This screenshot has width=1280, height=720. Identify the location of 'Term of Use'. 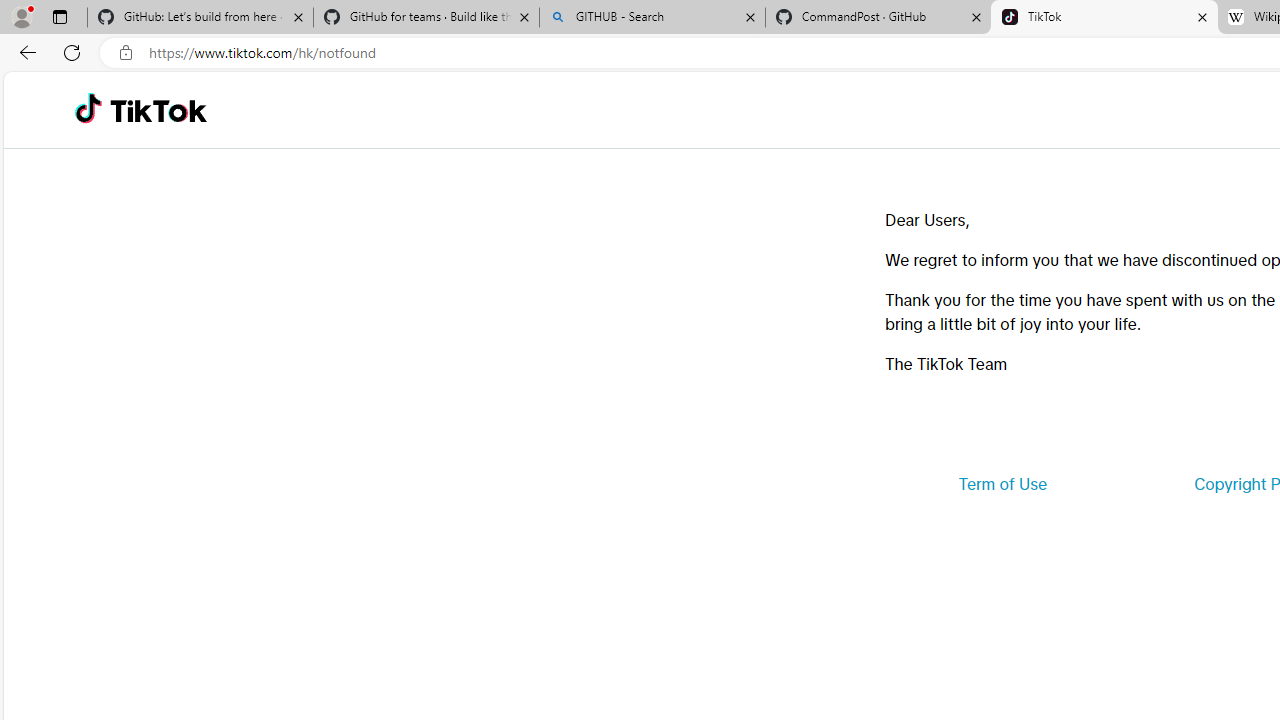
(1002, 484).